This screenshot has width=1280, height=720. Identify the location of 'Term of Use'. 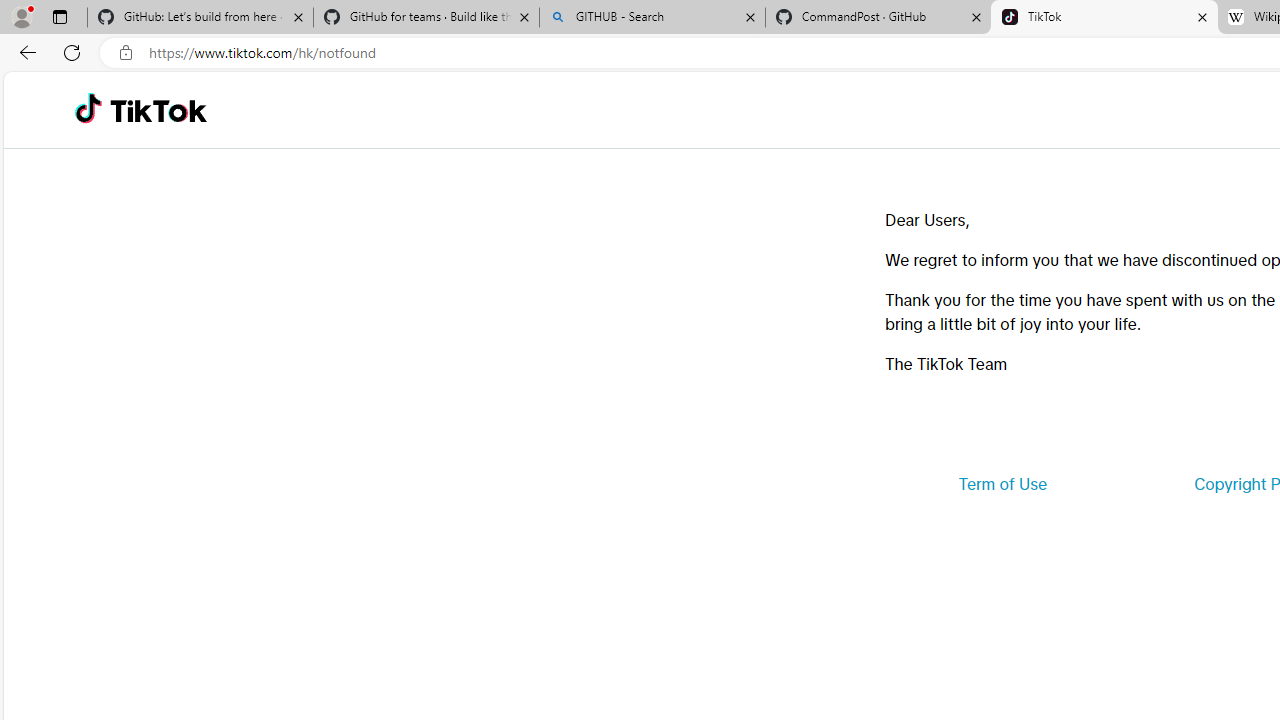
(1002, 484).